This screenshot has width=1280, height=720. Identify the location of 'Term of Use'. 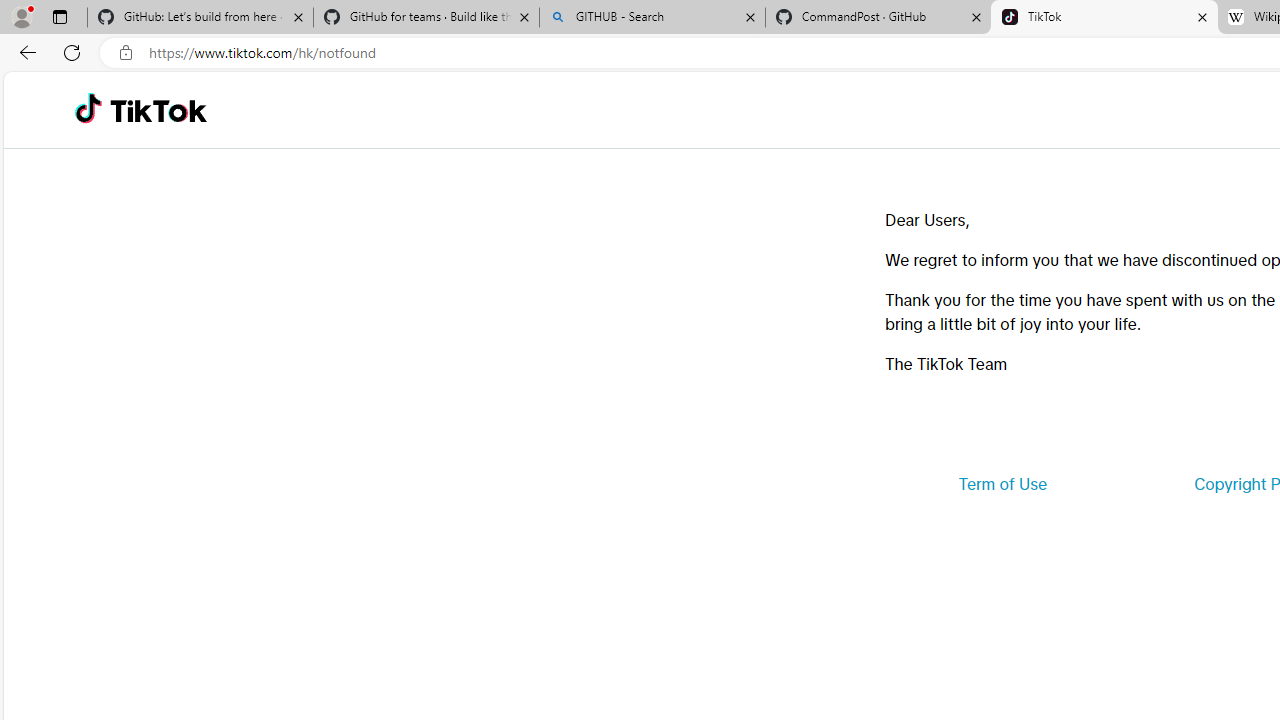
(1002, 484).